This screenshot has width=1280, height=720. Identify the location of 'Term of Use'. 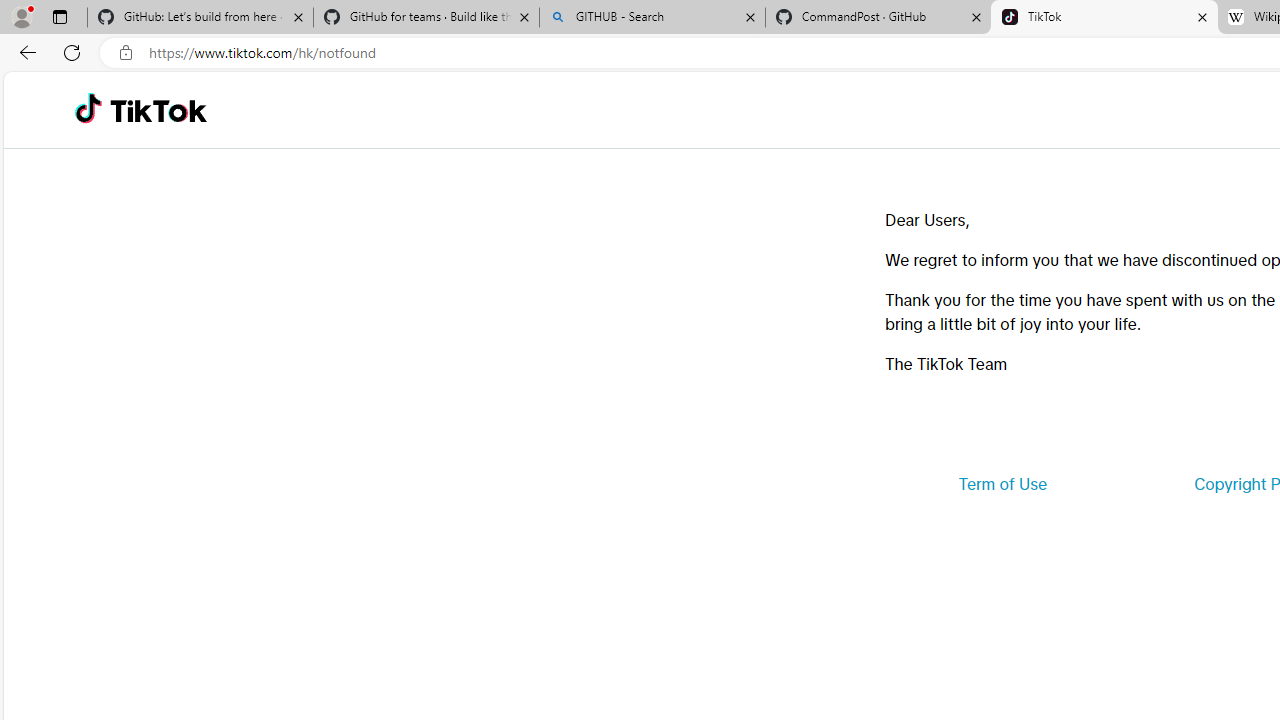
(1002, 484).